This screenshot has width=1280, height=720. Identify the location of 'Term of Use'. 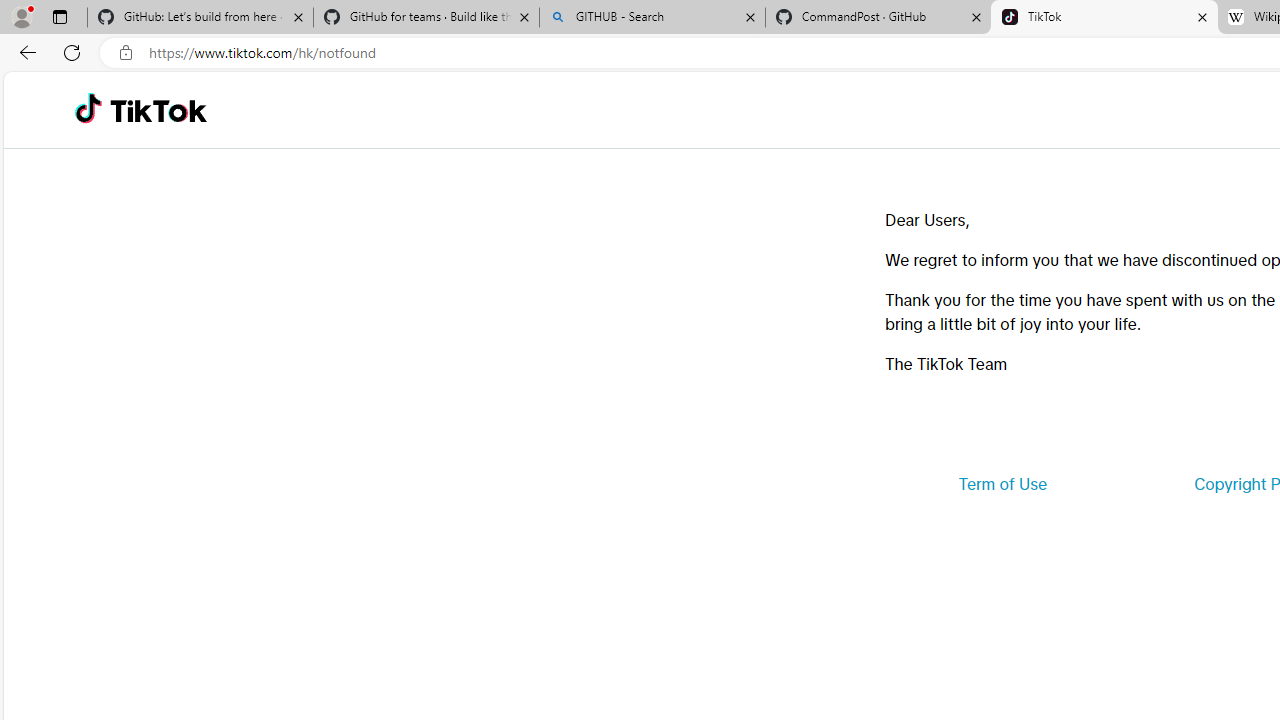
(1002, 484).